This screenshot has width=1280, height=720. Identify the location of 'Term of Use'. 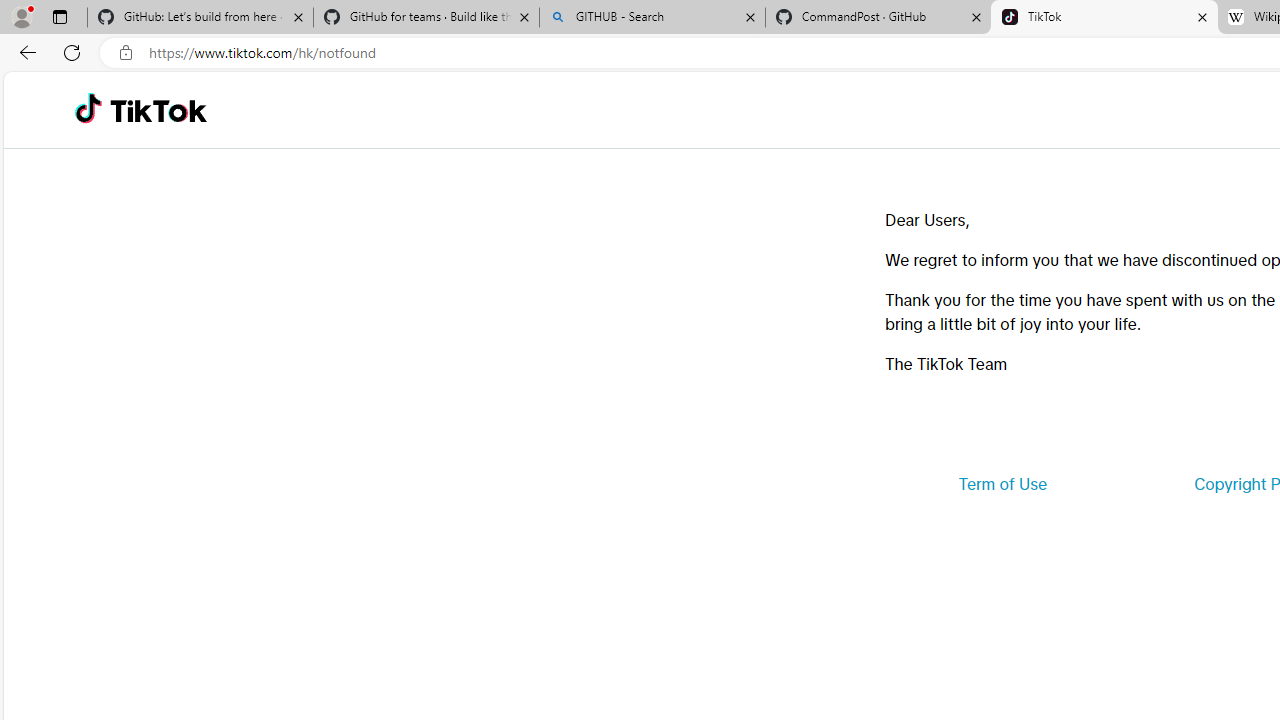
(1002, 484).